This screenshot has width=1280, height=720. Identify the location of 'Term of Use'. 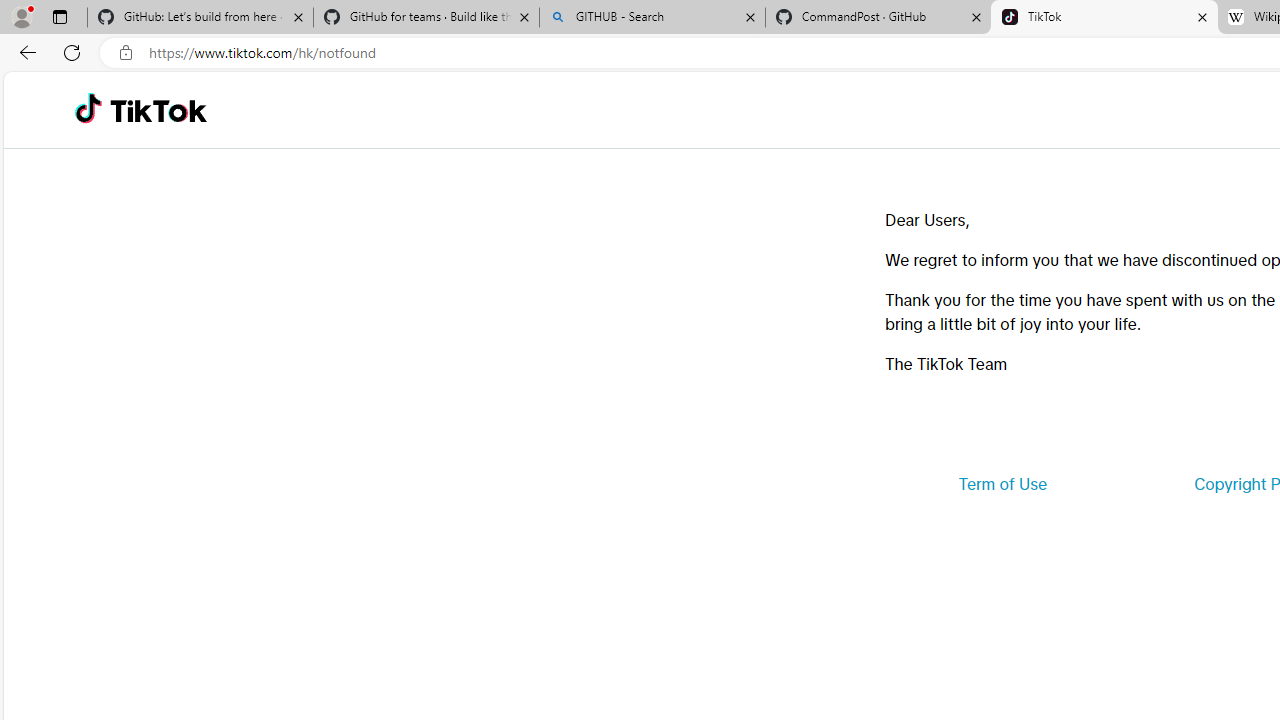
(1002, 484).